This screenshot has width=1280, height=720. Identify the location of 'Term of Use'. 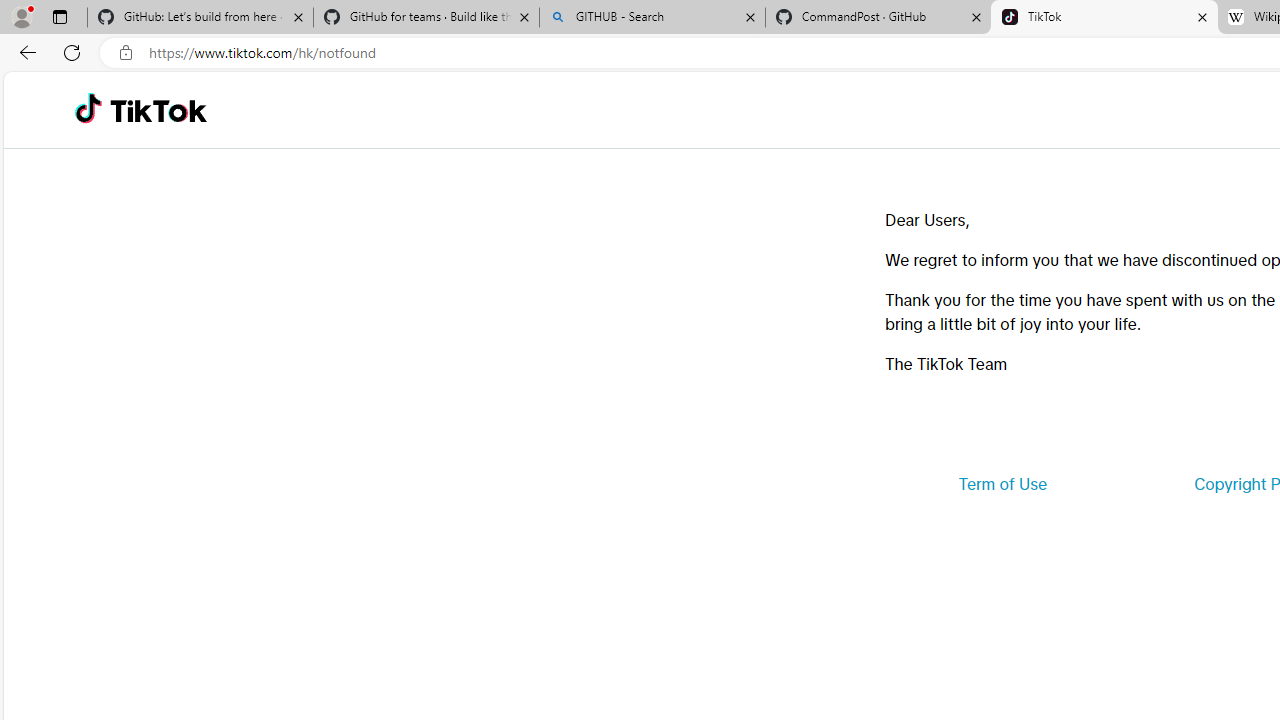
(1002, 484).